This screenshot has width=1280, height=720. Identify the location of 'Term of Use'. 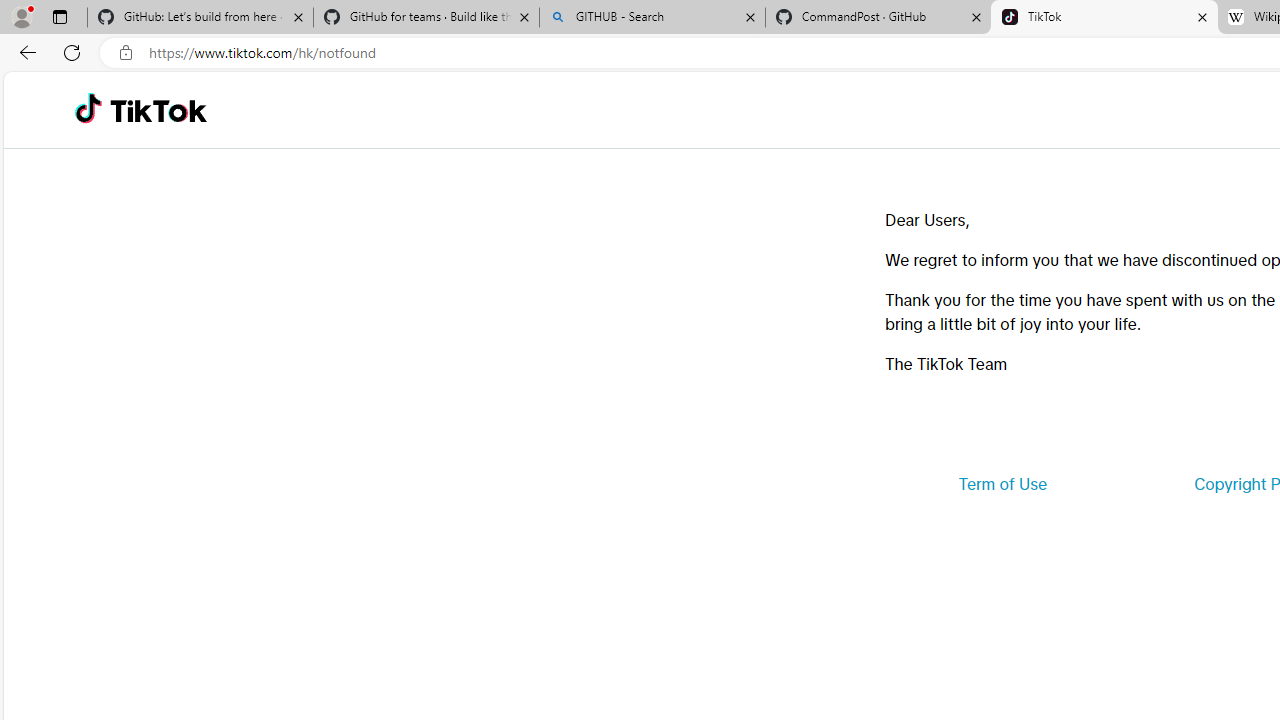
(1002, 484).